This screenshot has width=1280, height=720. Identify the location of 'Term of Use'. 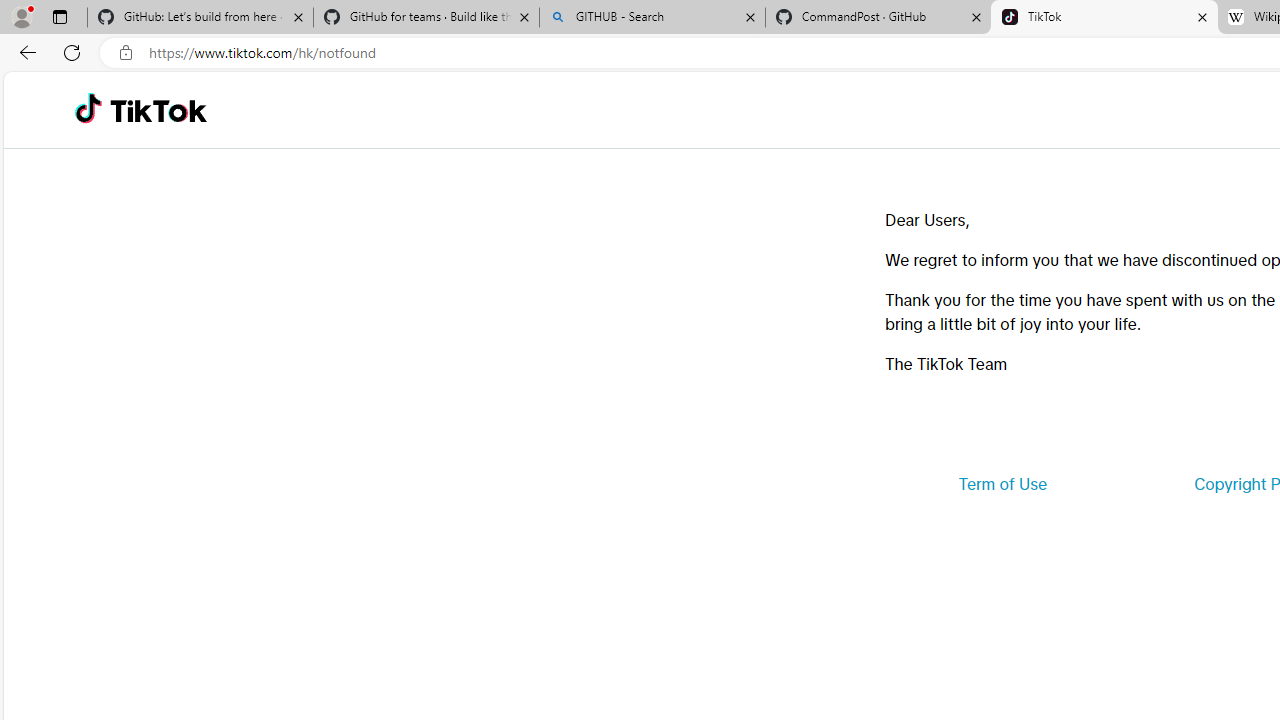
(1002, 484).